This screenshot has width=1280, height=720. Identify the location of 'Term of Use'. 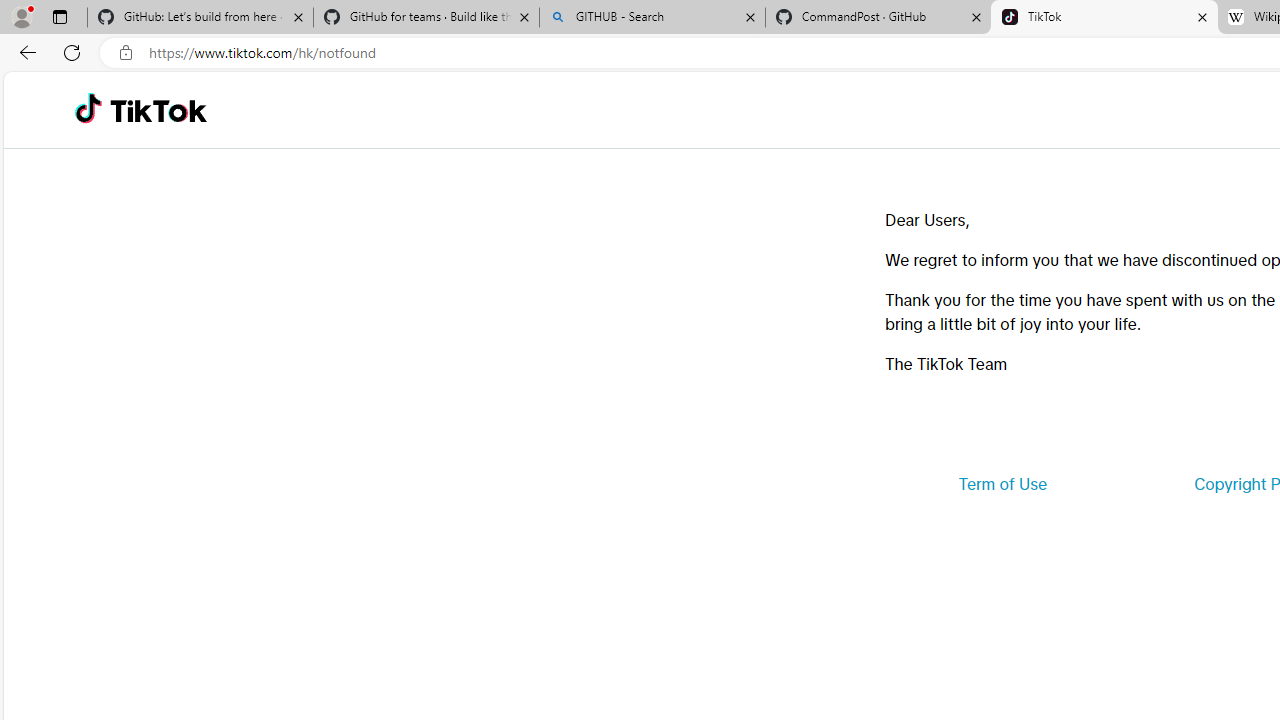
(1002, 484).